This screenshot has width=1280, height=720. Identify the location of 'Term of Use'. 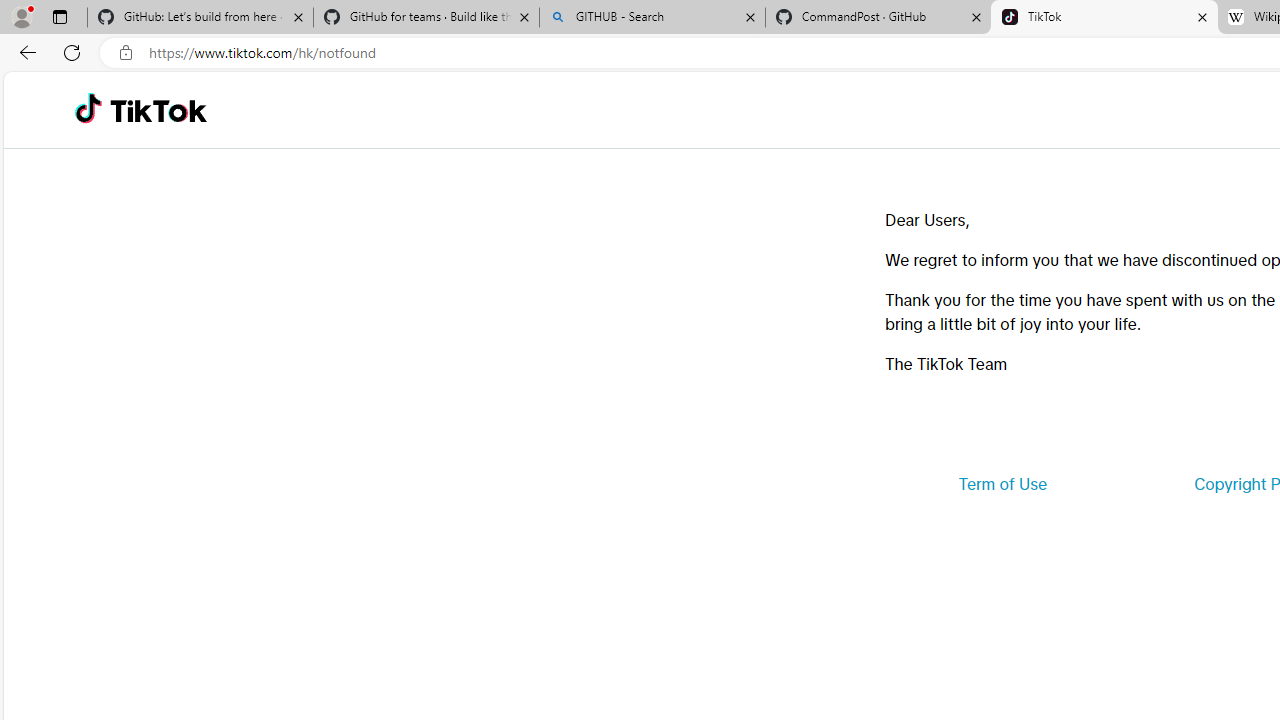
(1002, 484).